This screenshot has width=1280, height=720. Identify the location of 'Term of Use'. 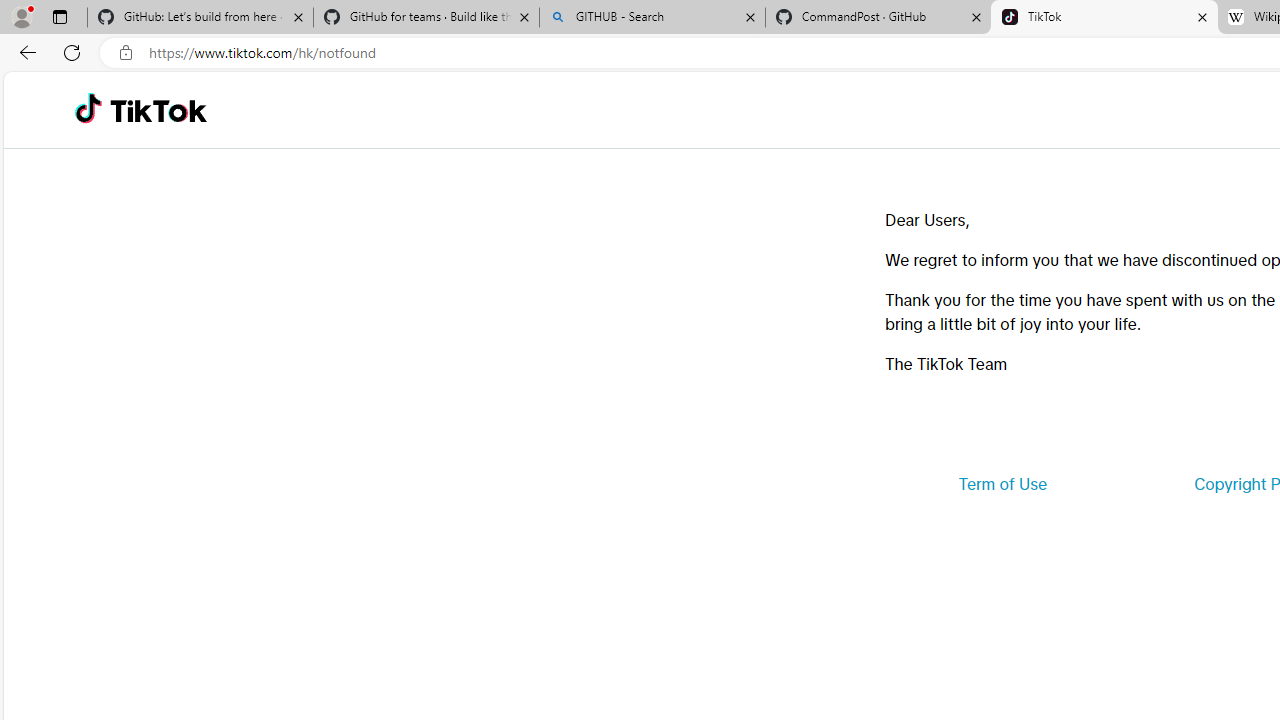
(1002, 484).